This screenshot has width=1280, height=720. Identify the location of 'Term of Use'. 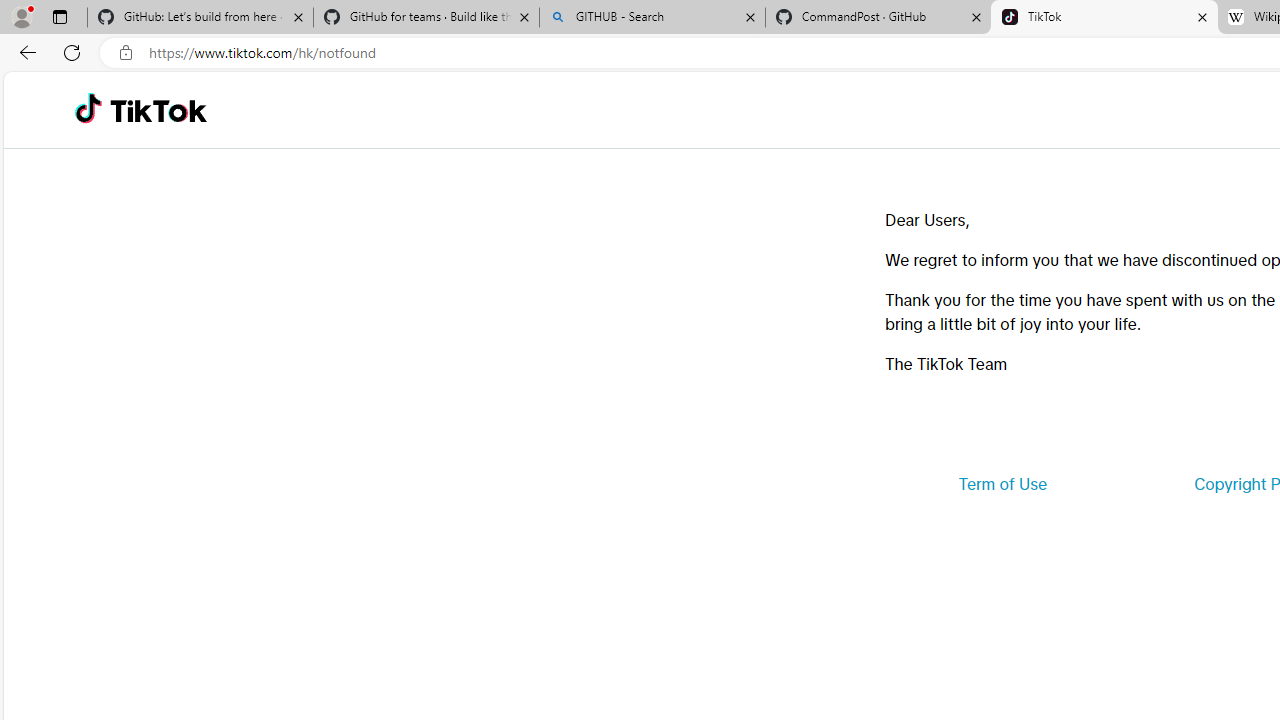
(1002, 484).